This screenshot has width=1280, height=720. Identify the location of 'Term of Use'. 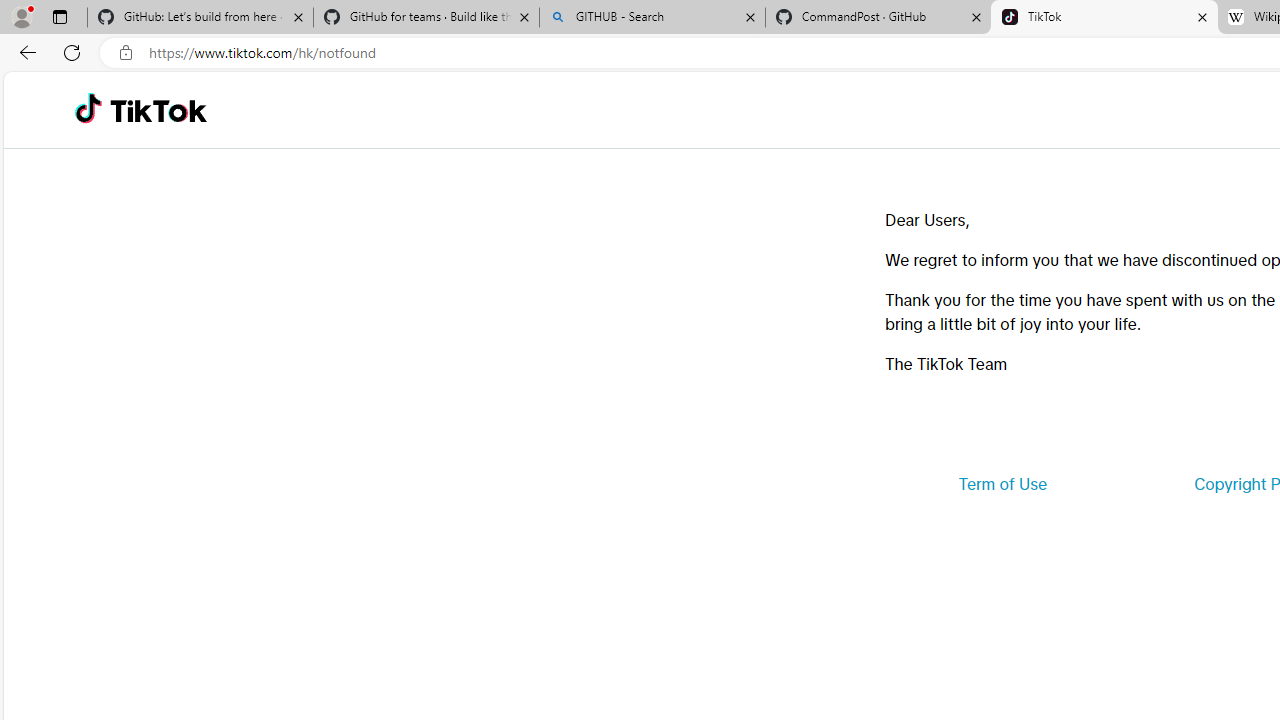
(1002, 484).